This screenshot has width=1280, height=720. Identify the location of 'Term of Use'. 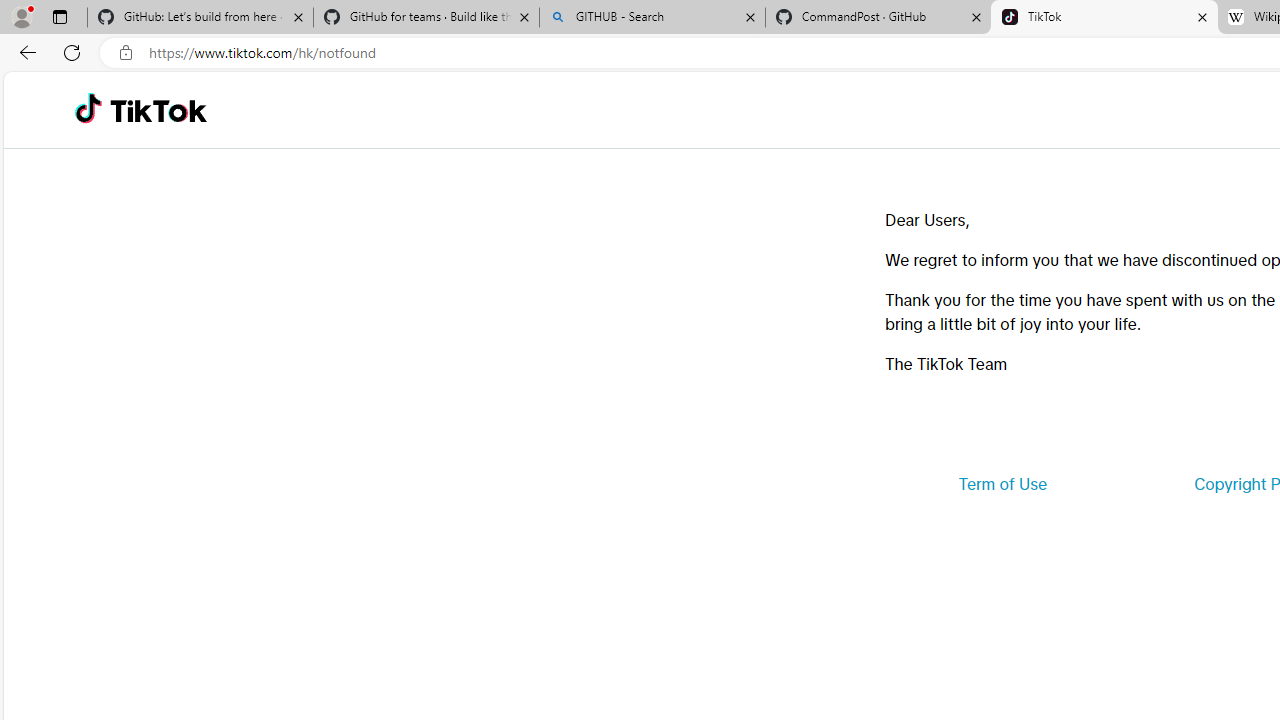
(1002, 484).